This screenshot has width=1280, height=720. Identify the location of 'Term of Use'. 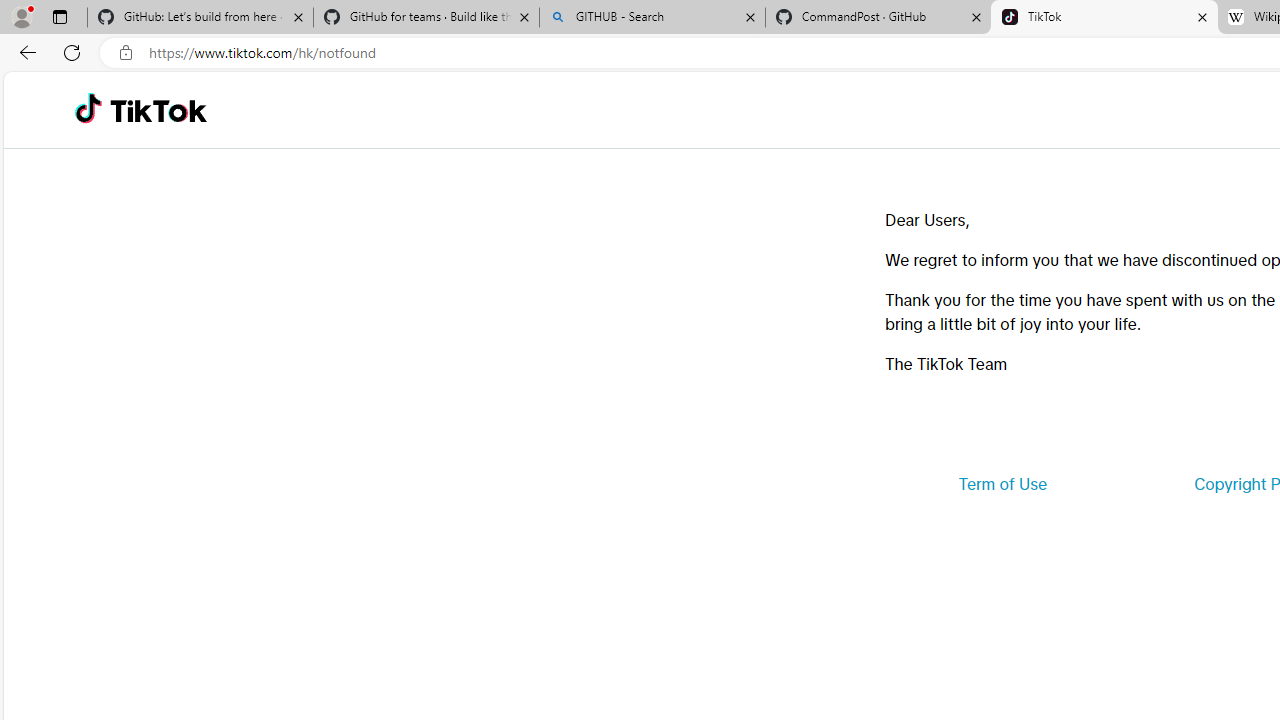
(1002, 484).